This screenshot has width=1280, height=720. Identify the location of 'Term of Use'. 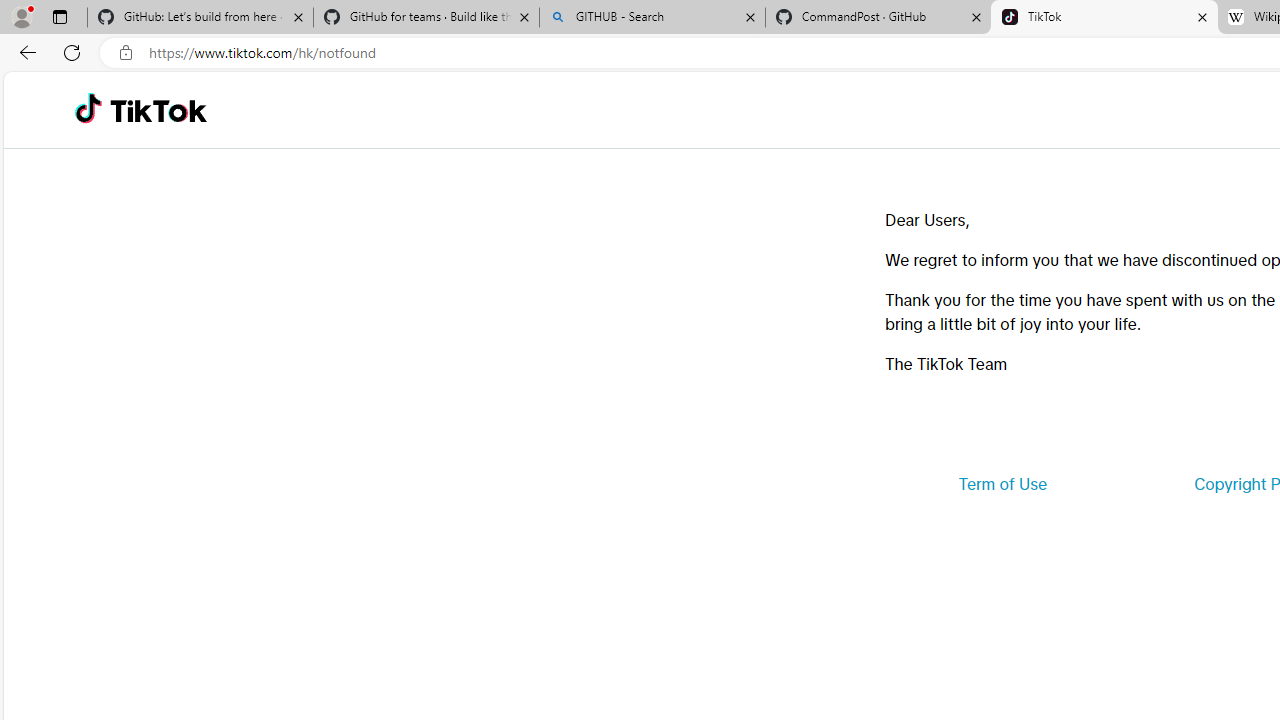
(1002, 484).